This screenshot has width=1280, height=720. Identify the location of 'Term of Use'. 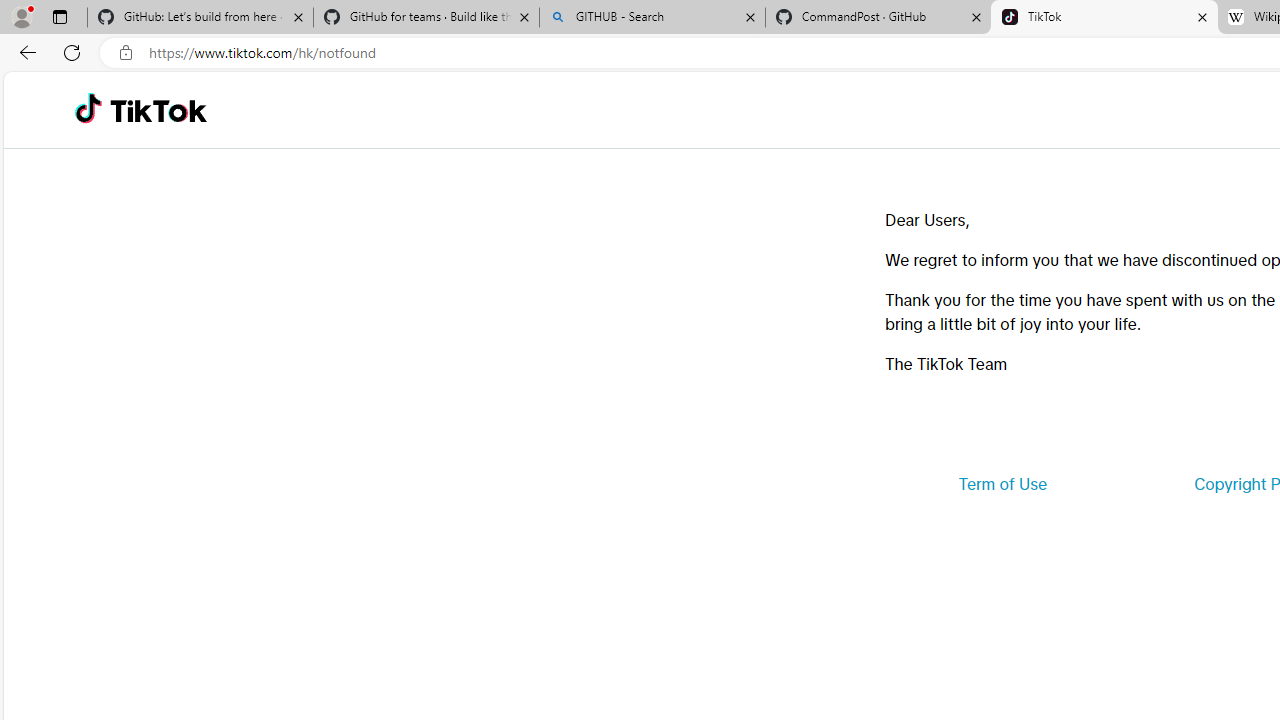
(1002, 484).